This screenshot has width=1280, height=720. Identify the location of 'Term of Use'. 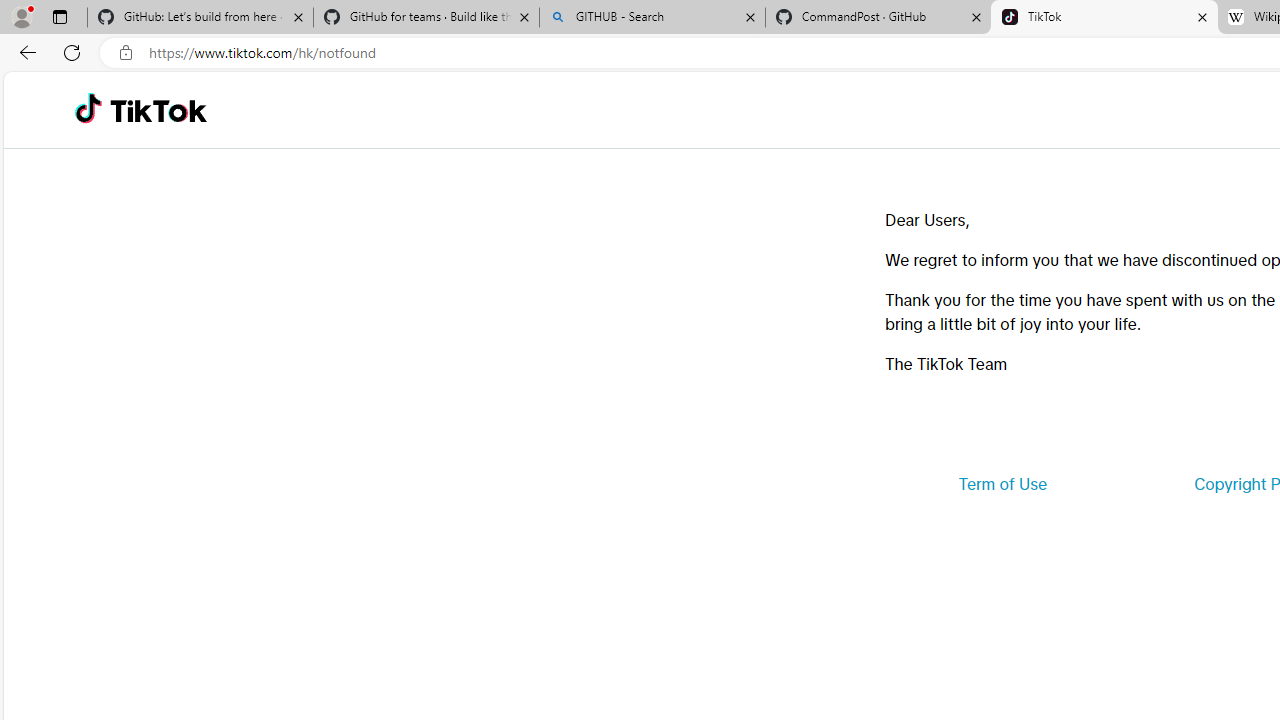
(1002, 484).